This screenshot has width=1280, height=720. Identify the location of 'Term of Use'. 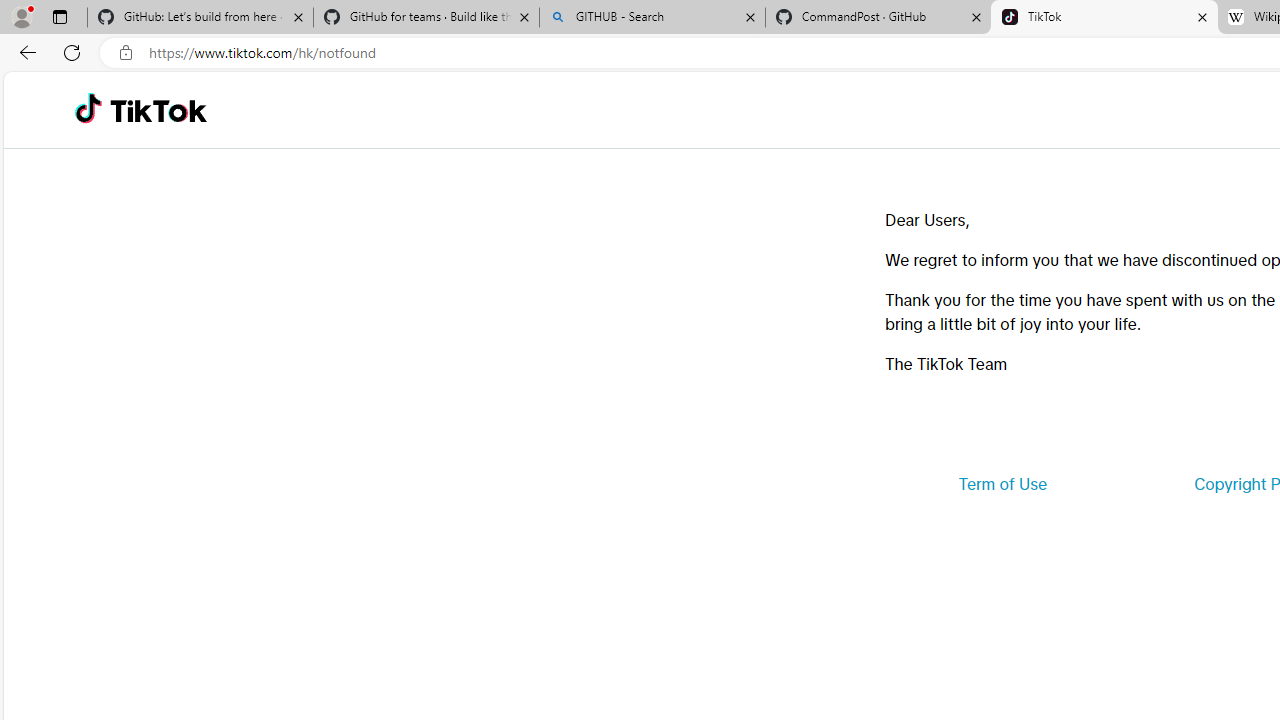
(1002, 484).